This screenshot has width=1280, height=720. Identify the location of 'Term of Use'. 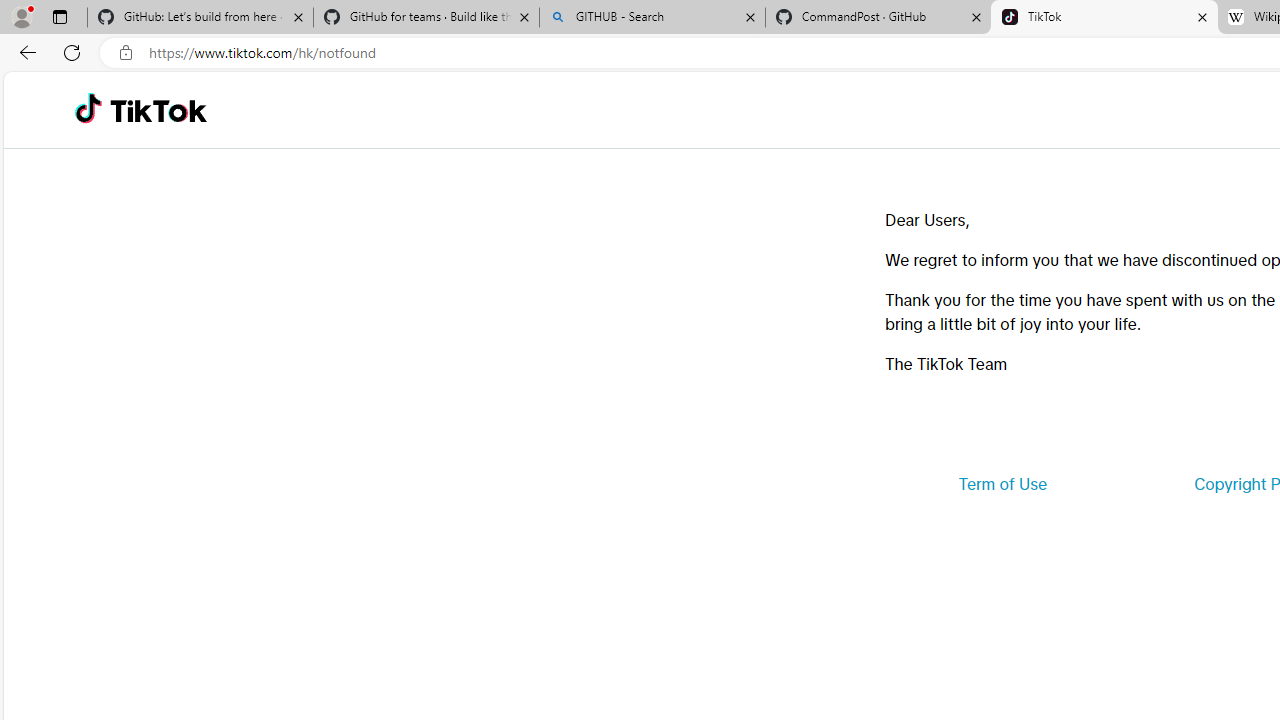
(1002, 484).